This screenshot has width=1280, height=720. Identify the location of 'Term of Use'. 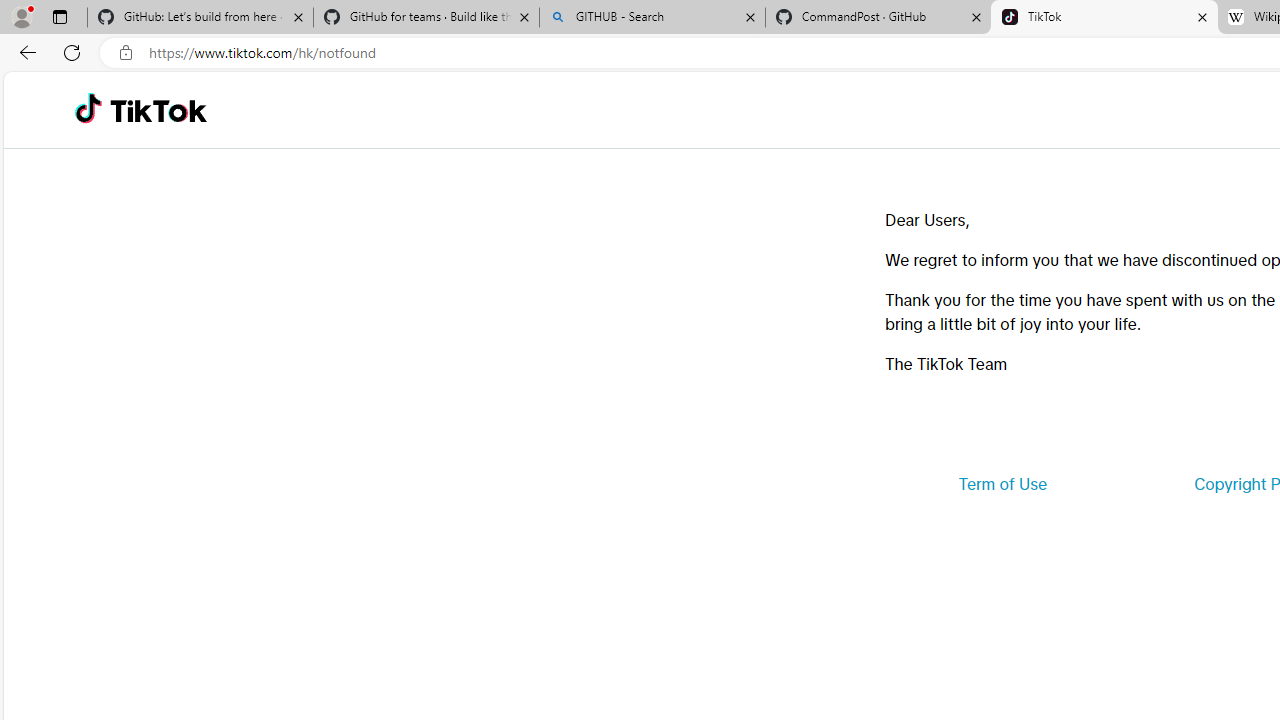
(1002, 484).